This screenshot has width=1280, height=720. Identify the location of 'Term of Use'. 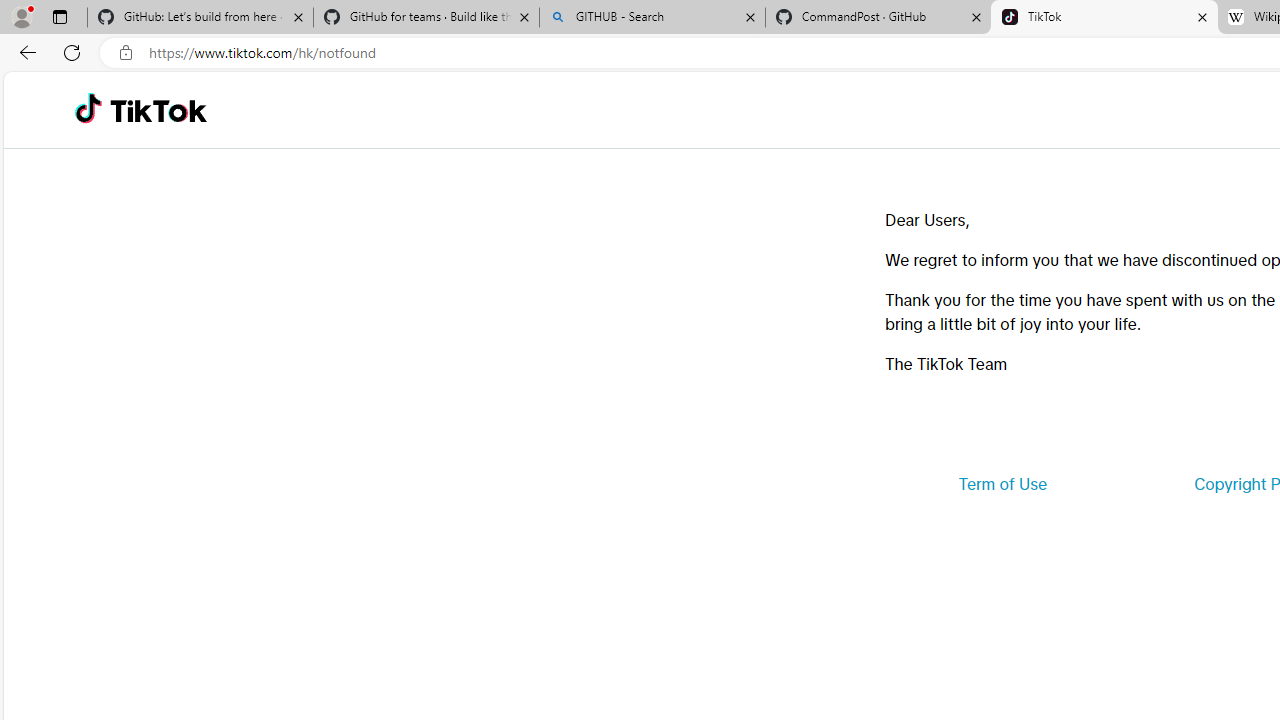
(1002, 484).